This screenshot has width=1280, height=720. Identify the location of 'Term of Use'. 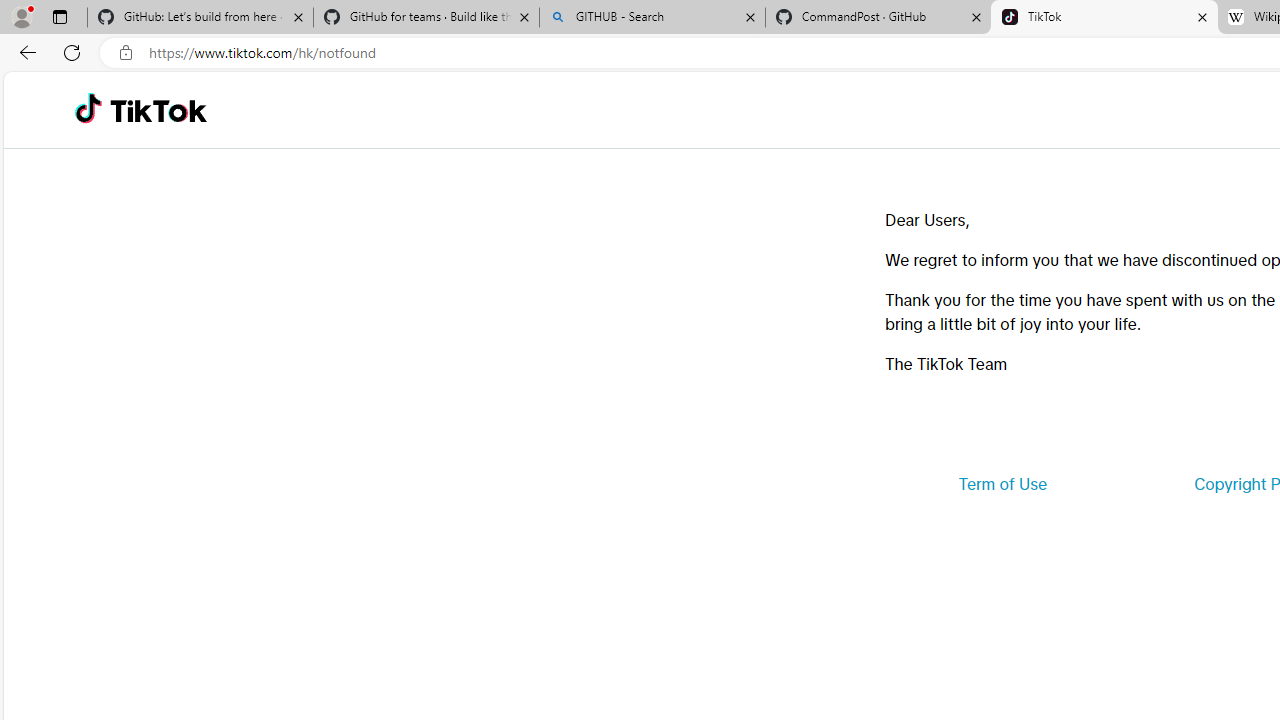
(1002, 484).